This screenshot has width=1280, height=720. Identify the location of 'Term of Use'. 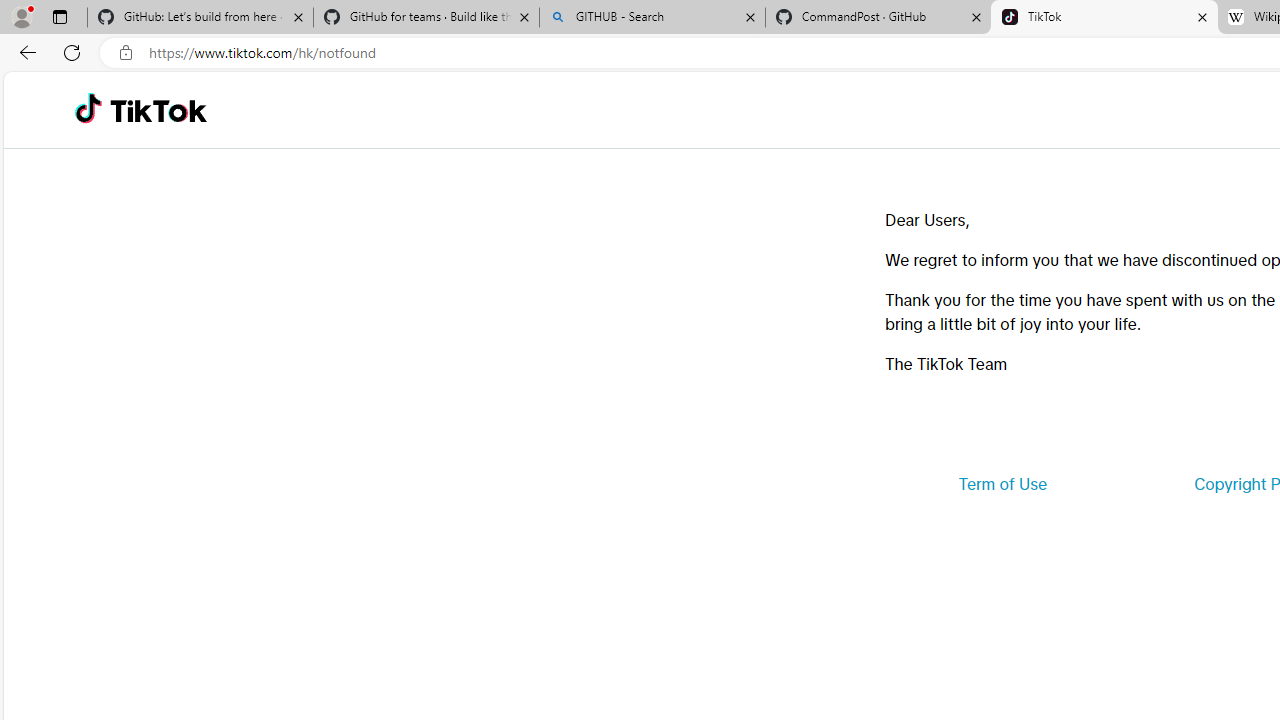
(1002, 484).